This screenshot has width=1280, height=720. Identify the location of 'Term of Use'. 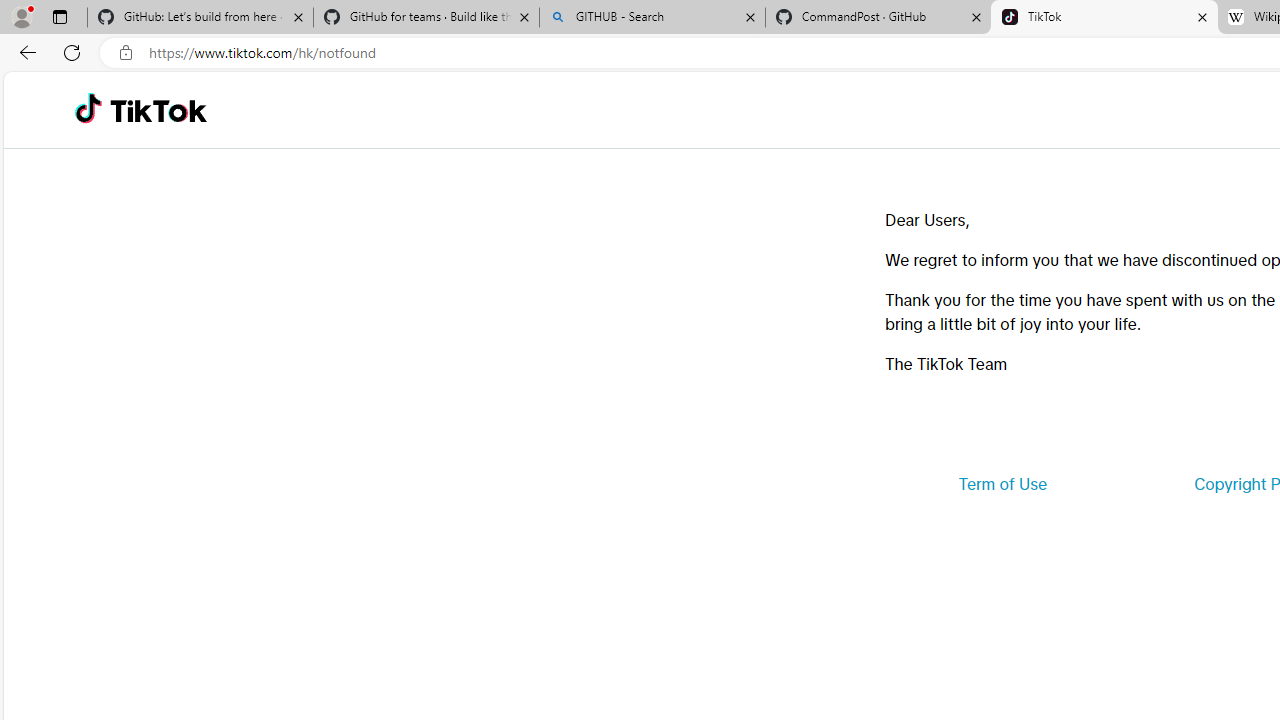
(1002, 484).